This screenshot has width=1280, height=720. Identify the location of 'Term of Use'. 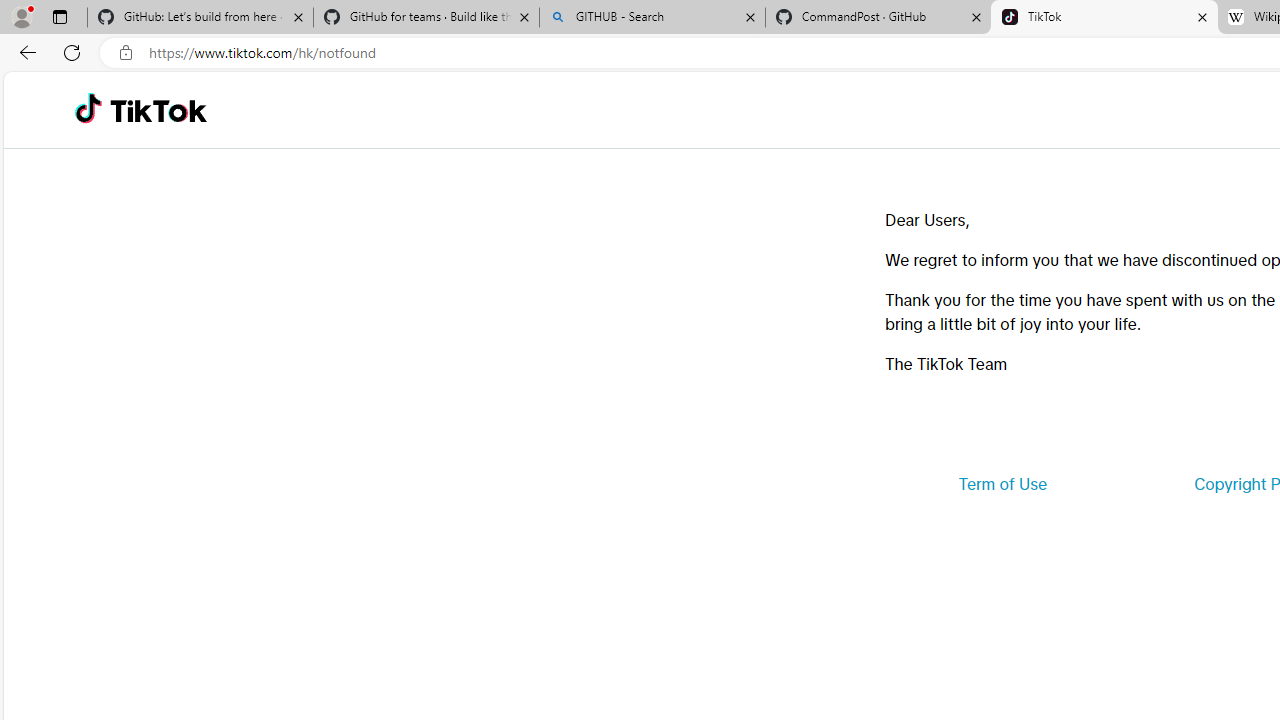
(1002, 484).